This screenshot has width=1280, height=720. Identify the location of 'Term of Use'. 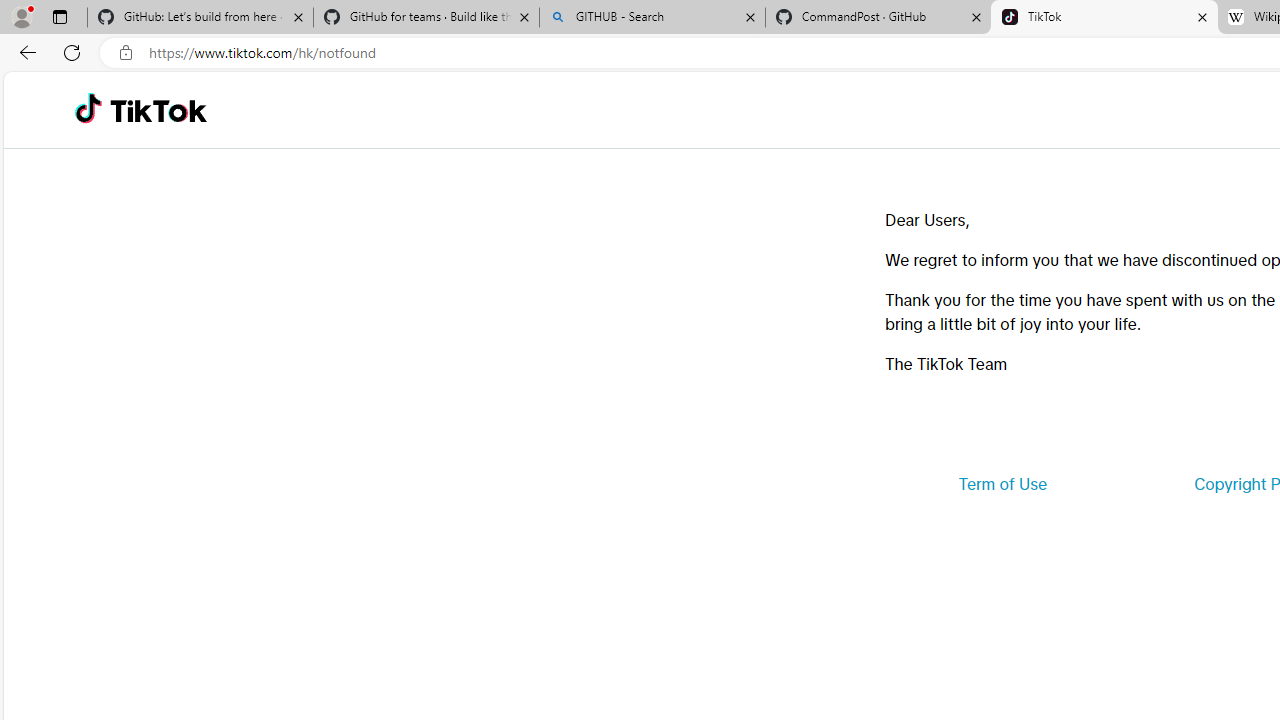
(1002, 484).